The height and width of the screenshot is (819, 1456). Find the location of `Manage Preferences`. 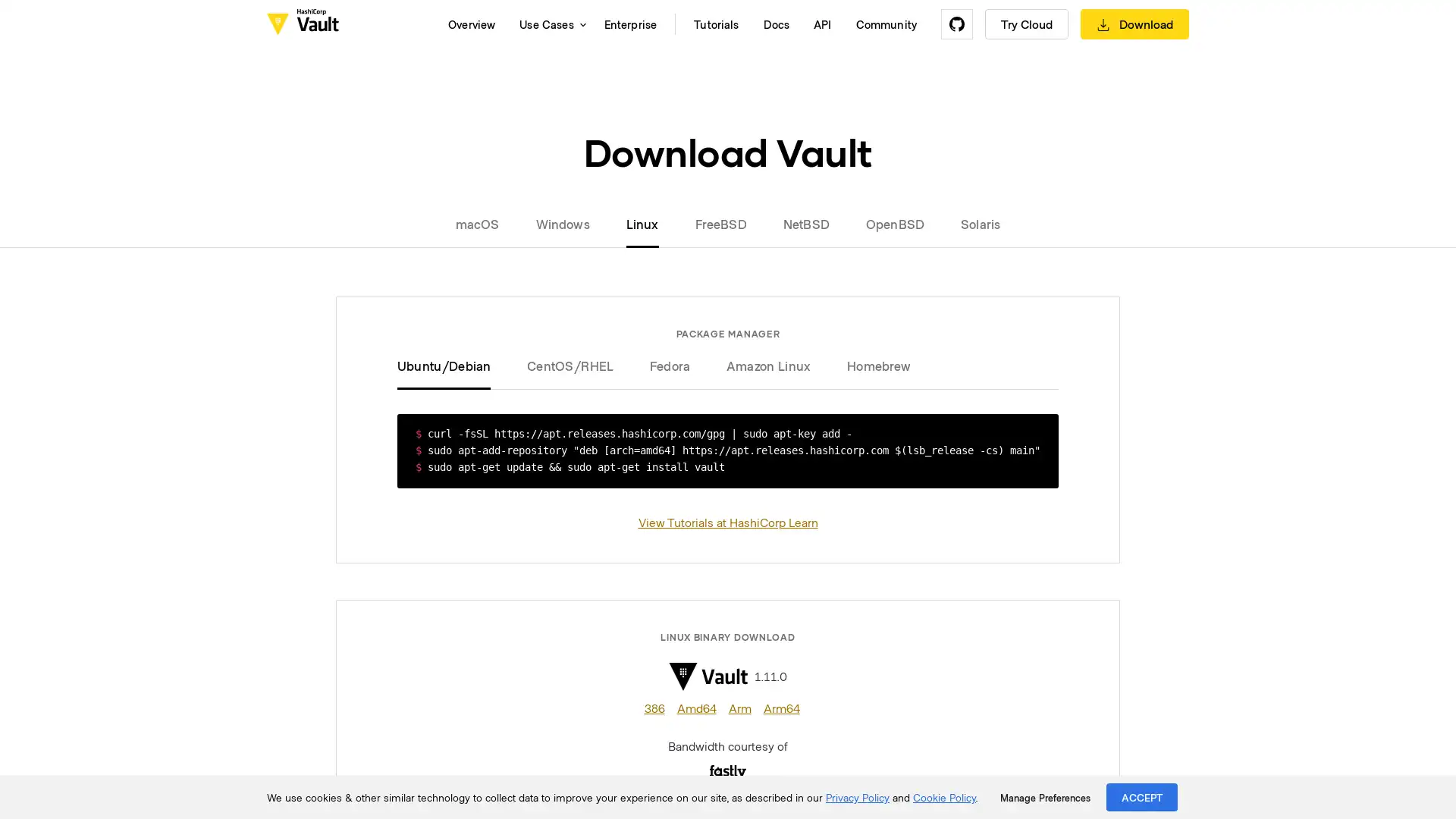

Manage Preferences is located at coordinates (1044, 797).